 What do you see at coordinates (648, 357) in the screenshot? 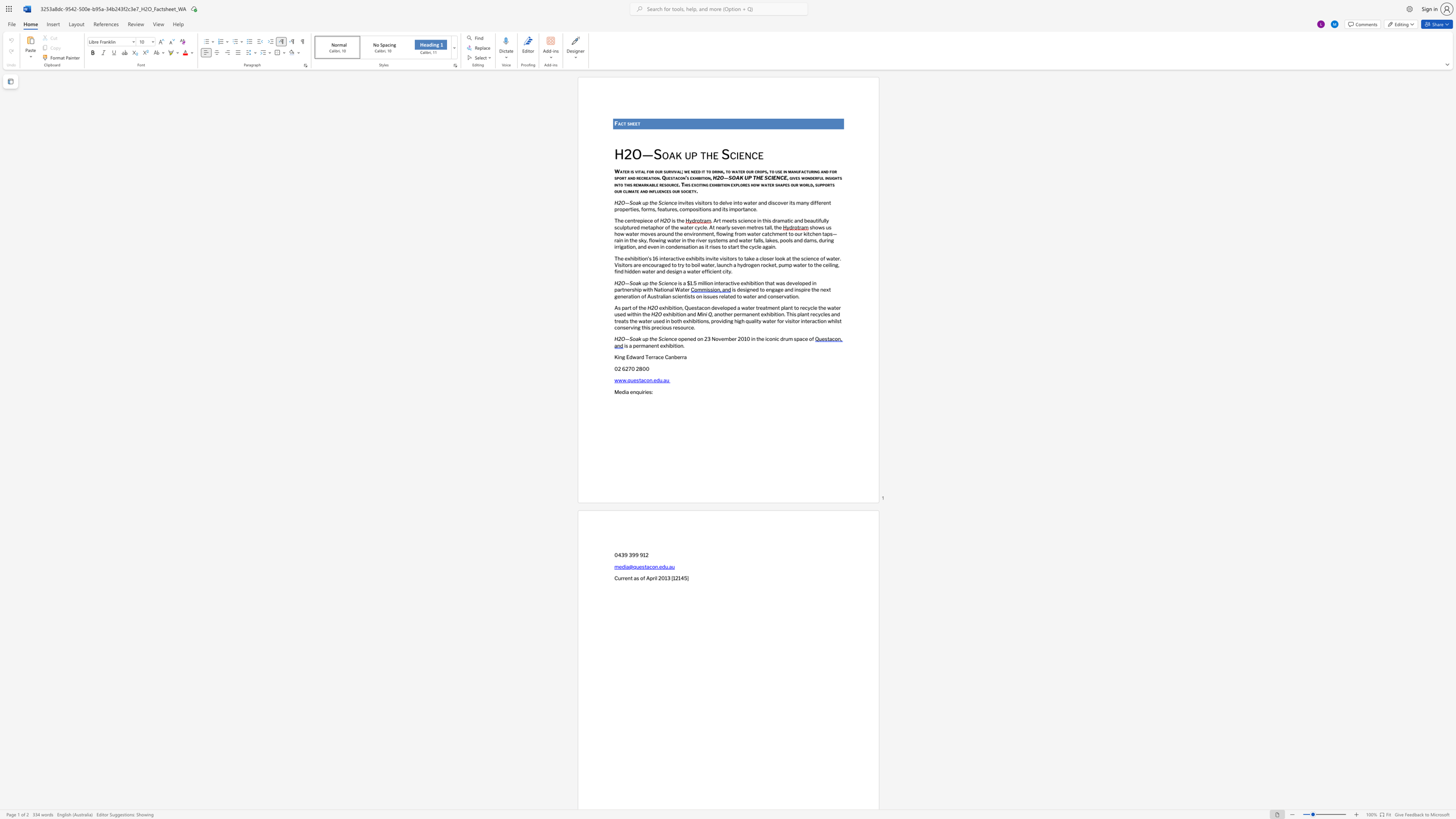
I see `the space between the continuous character "T" and "e" in the text` at bounding box center [648, 357].